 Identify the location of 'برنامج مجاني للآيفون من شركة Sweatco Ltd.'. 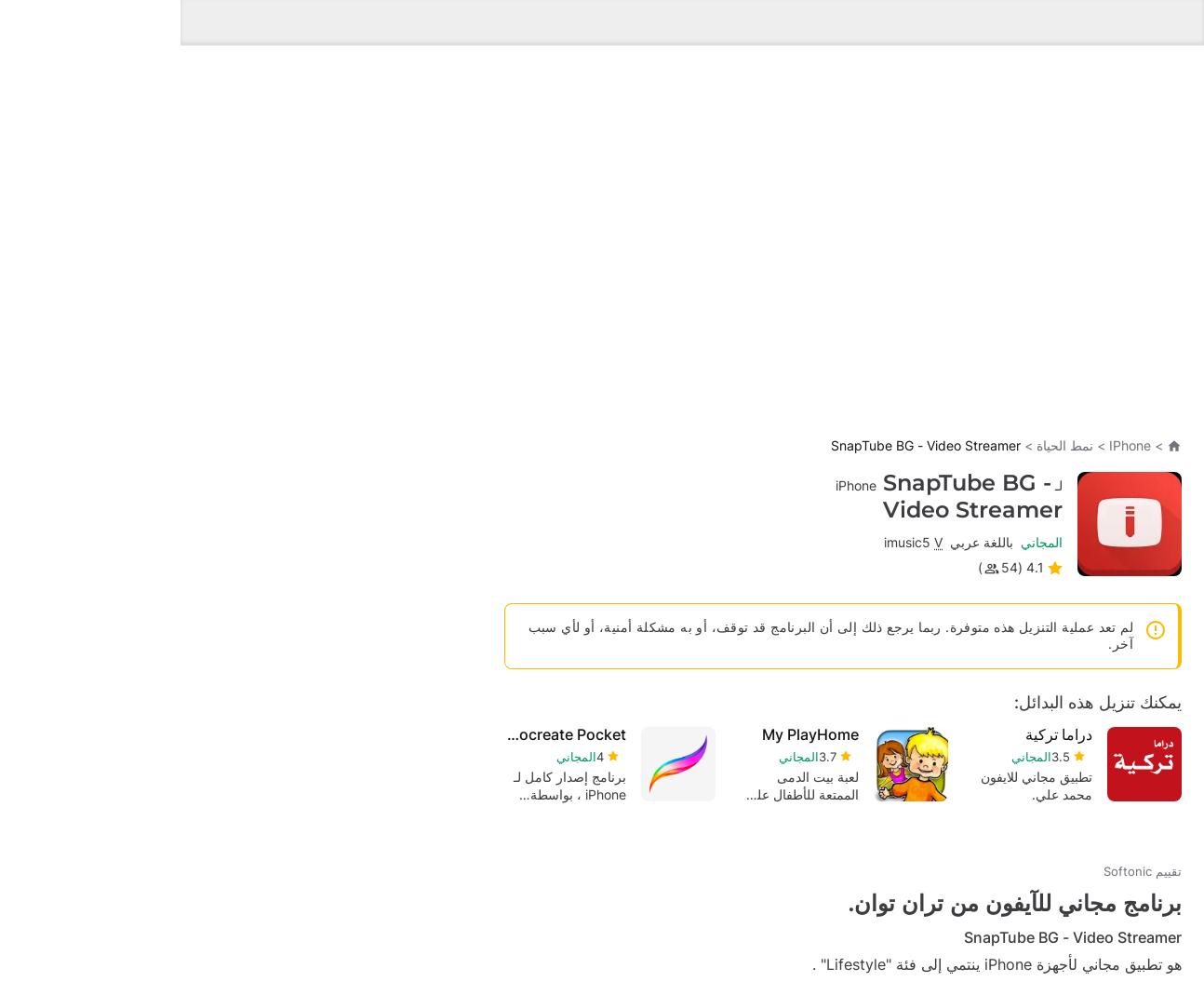
(853, 831).